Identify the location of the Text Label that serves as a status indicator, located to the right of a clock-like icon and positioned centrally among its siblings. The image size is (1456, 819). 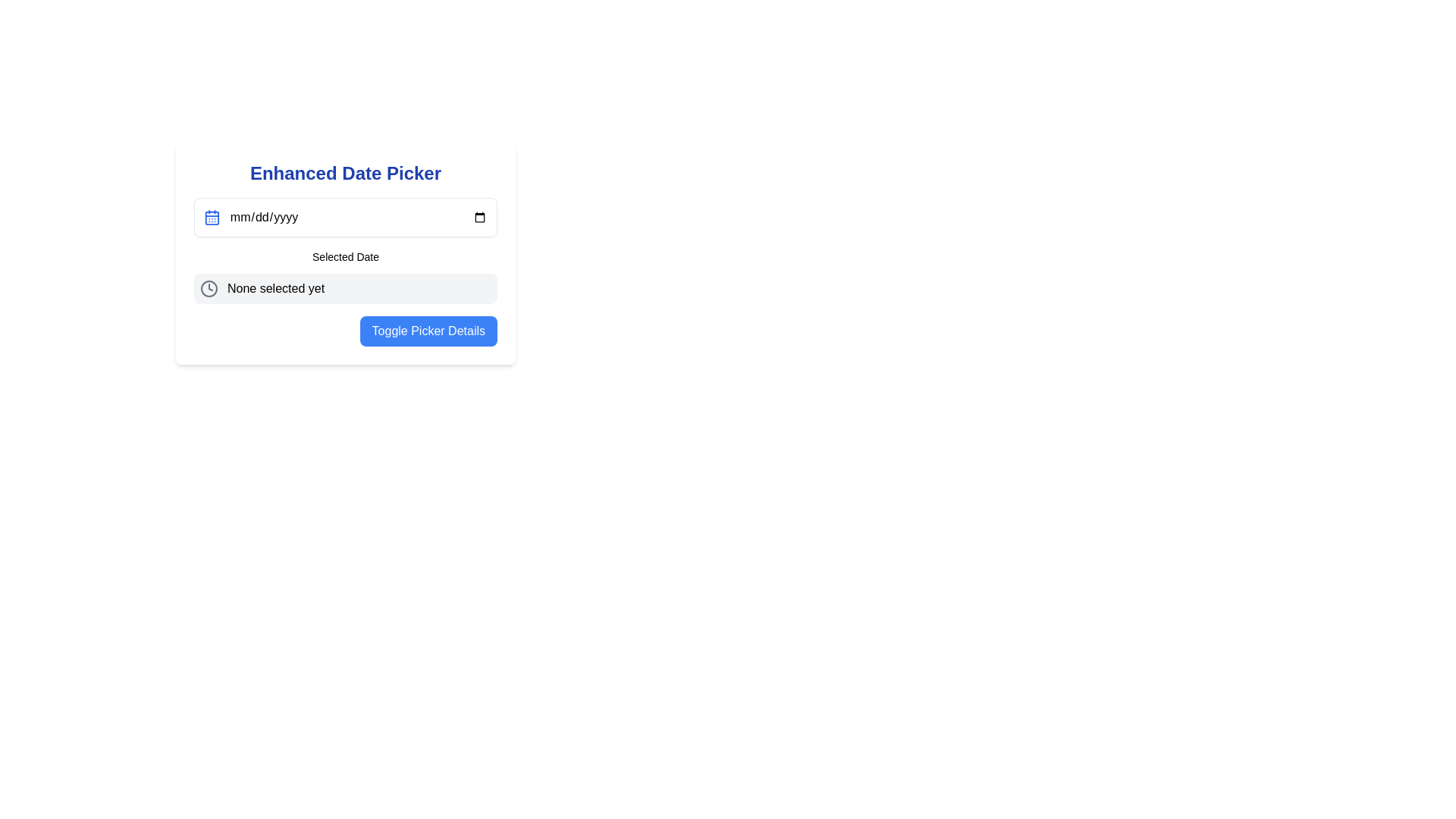
(276, 289).